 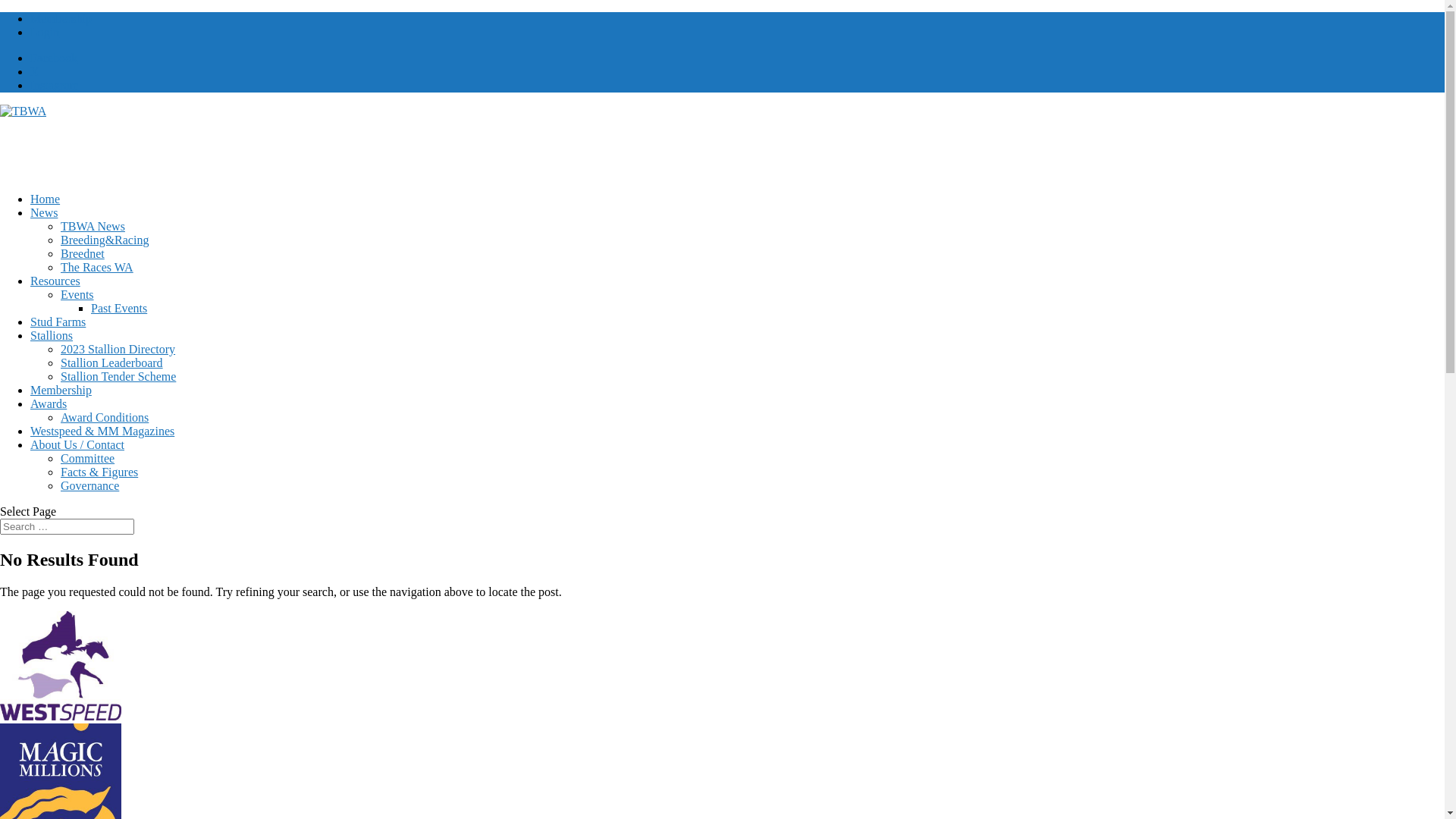 I want to click on 'Stud Farms', so click(x=58, y=321).